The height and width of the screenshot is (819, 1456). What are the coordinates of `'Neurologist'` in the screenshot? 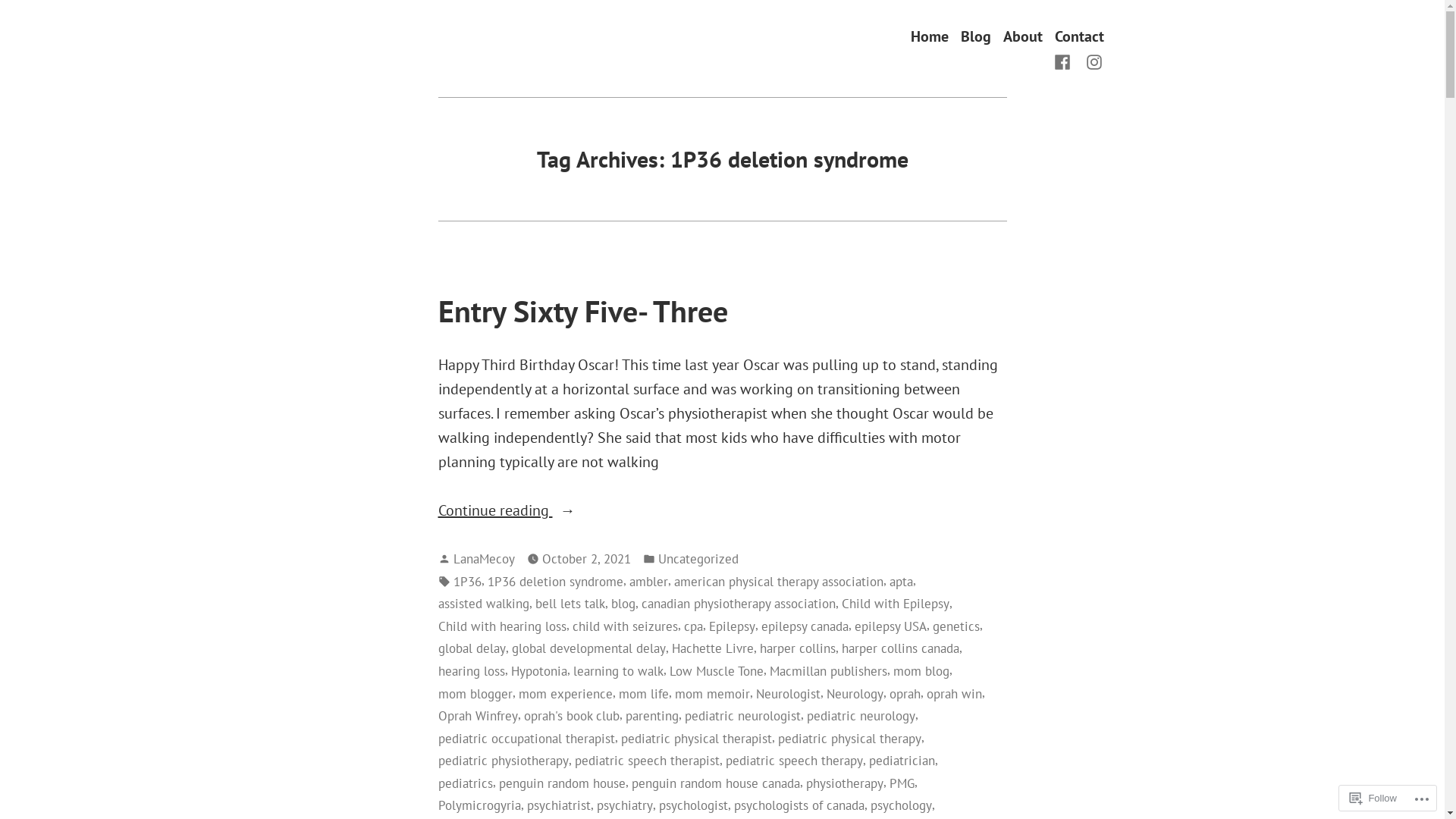 It's located at (755, 693).